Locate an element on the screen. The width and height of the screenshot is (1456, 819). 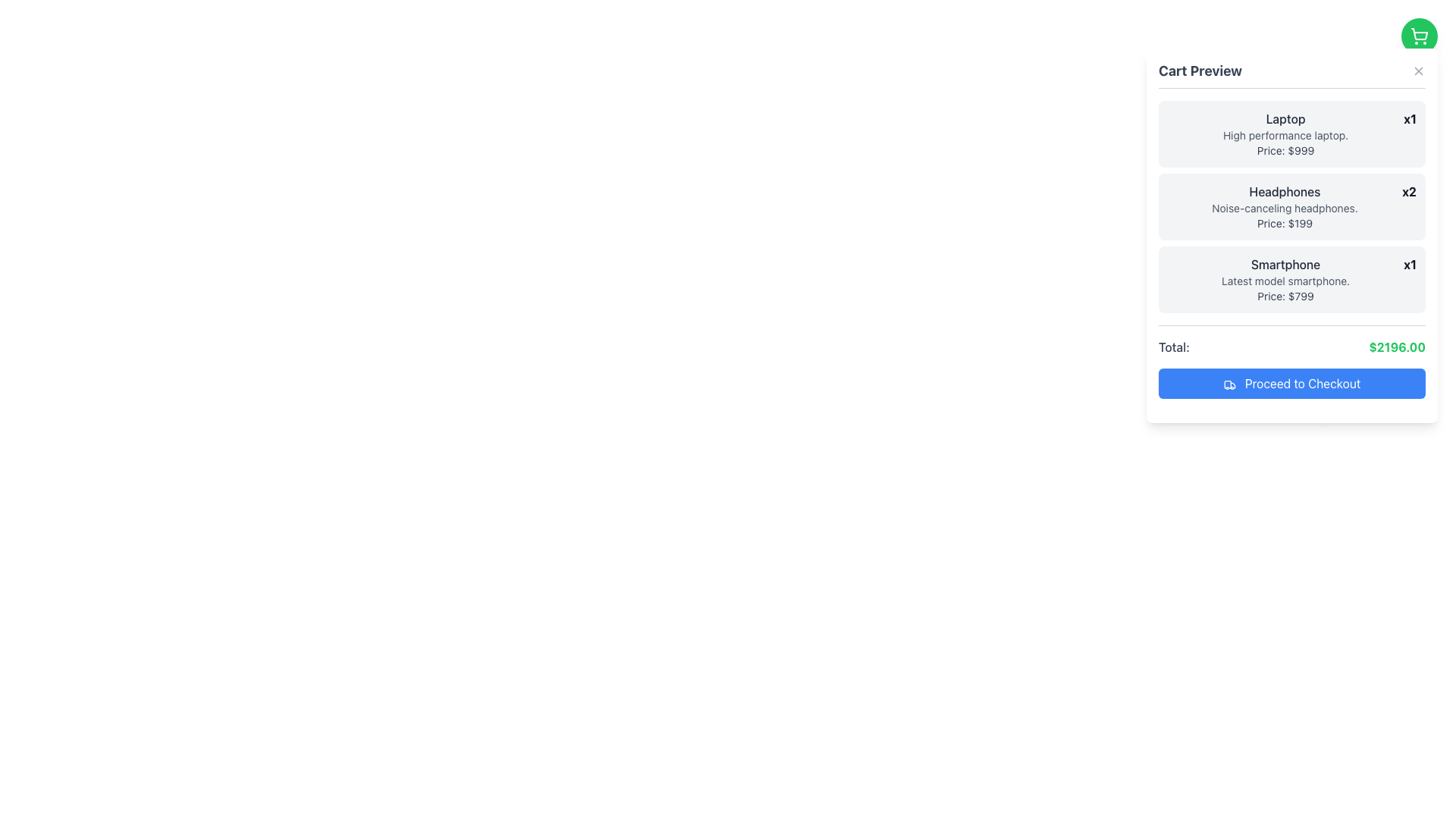
the 'Headphones' text label, which is displayed in medium-sized, bold, dark gray font within the cart preview panel is located at coordinates (1284, 191).